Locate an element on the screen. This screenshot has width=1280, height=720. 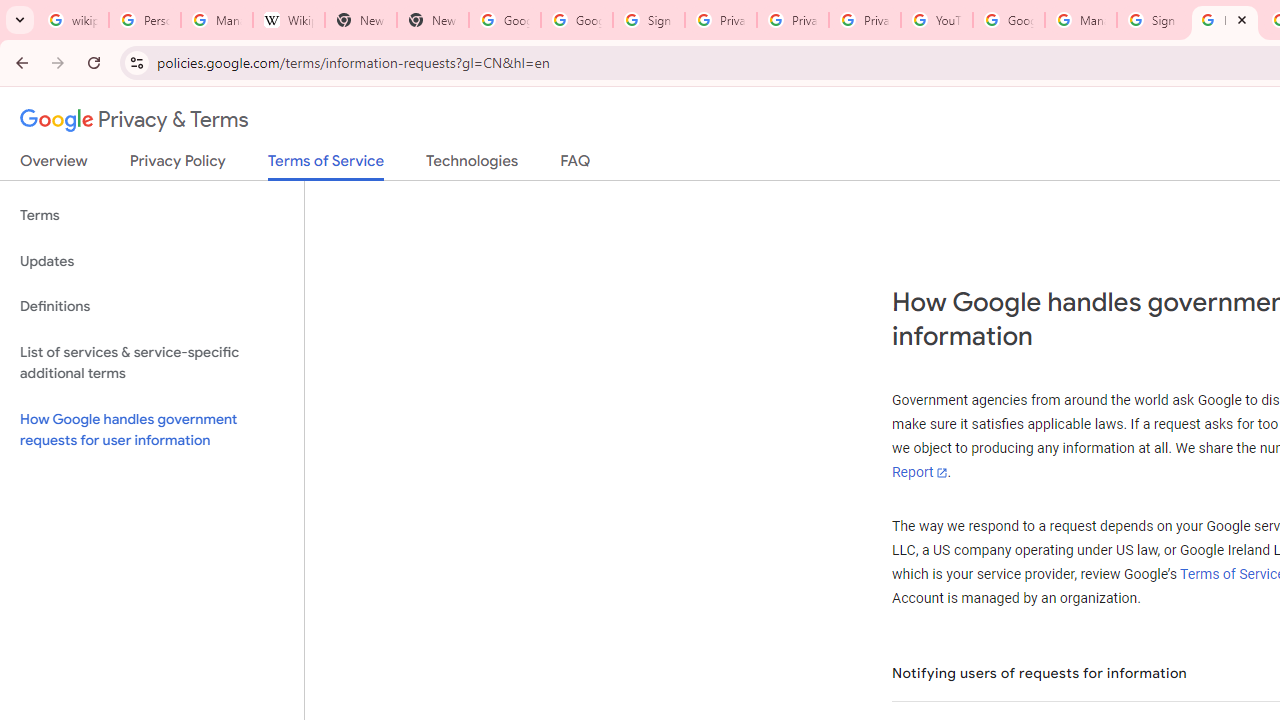
'Google Account Help' is located at coordinates (1008, 20).